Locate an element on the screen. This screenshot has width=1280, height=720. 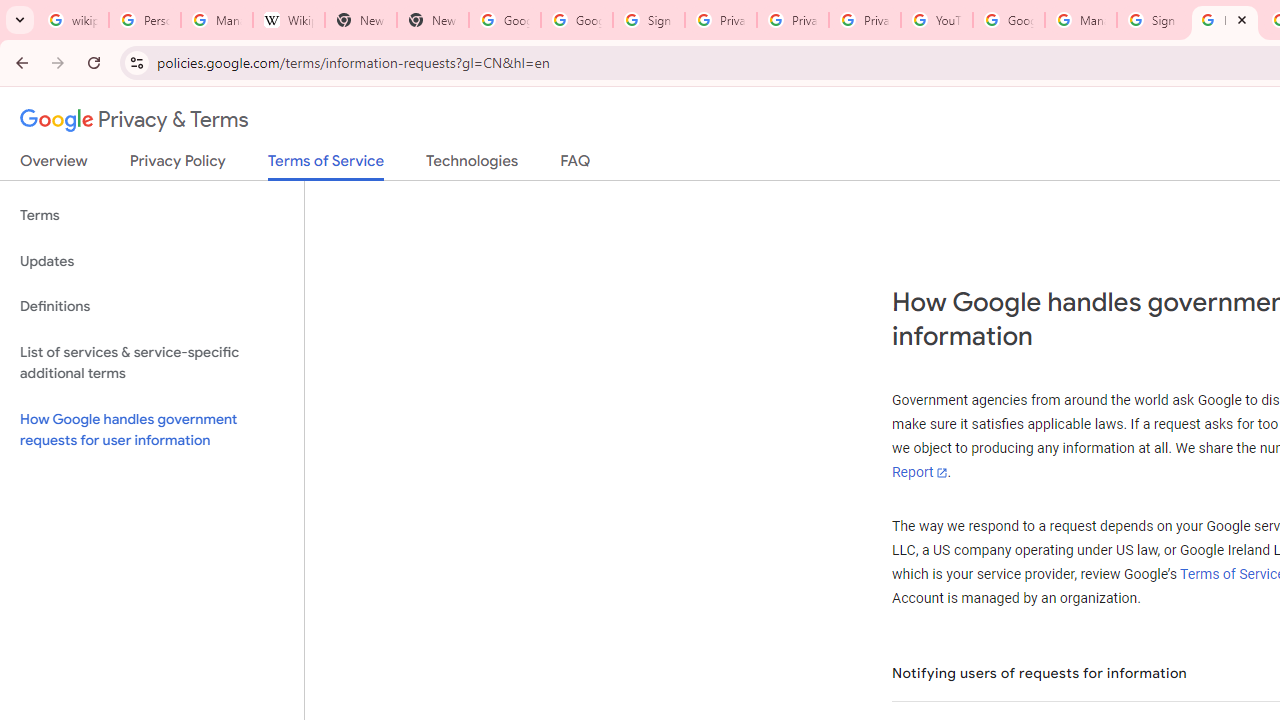
'Google Account Help' is located at coordinates (1008, 20).